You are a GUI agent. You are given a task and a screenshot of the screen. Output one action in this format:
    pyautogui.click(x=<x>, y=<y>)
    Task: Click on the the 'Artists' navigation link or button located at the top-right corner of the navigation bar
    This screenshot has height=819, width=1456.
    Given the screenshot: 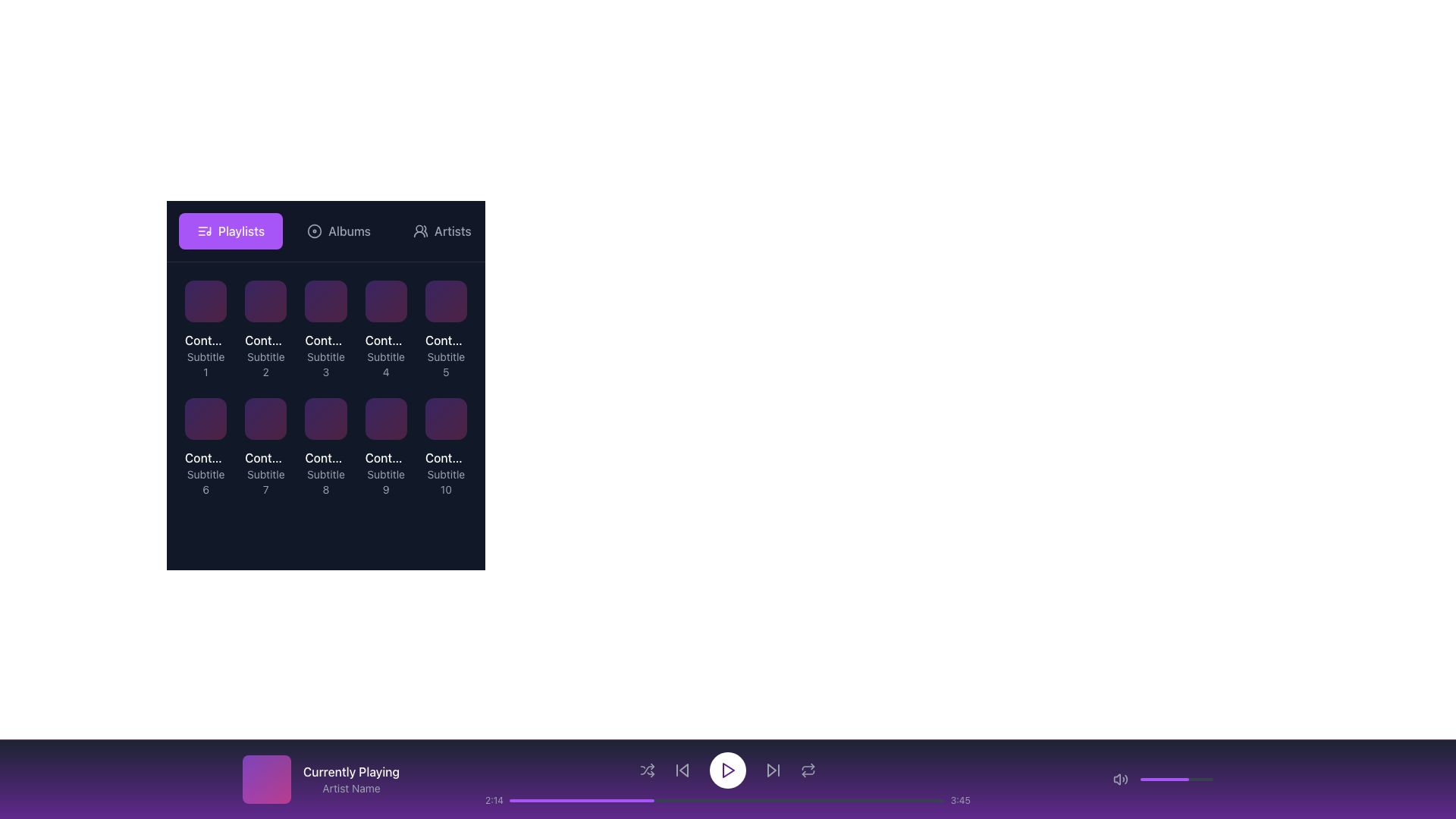 What is the action you would take?
    pyautogui.click(x=452, y=231)
    